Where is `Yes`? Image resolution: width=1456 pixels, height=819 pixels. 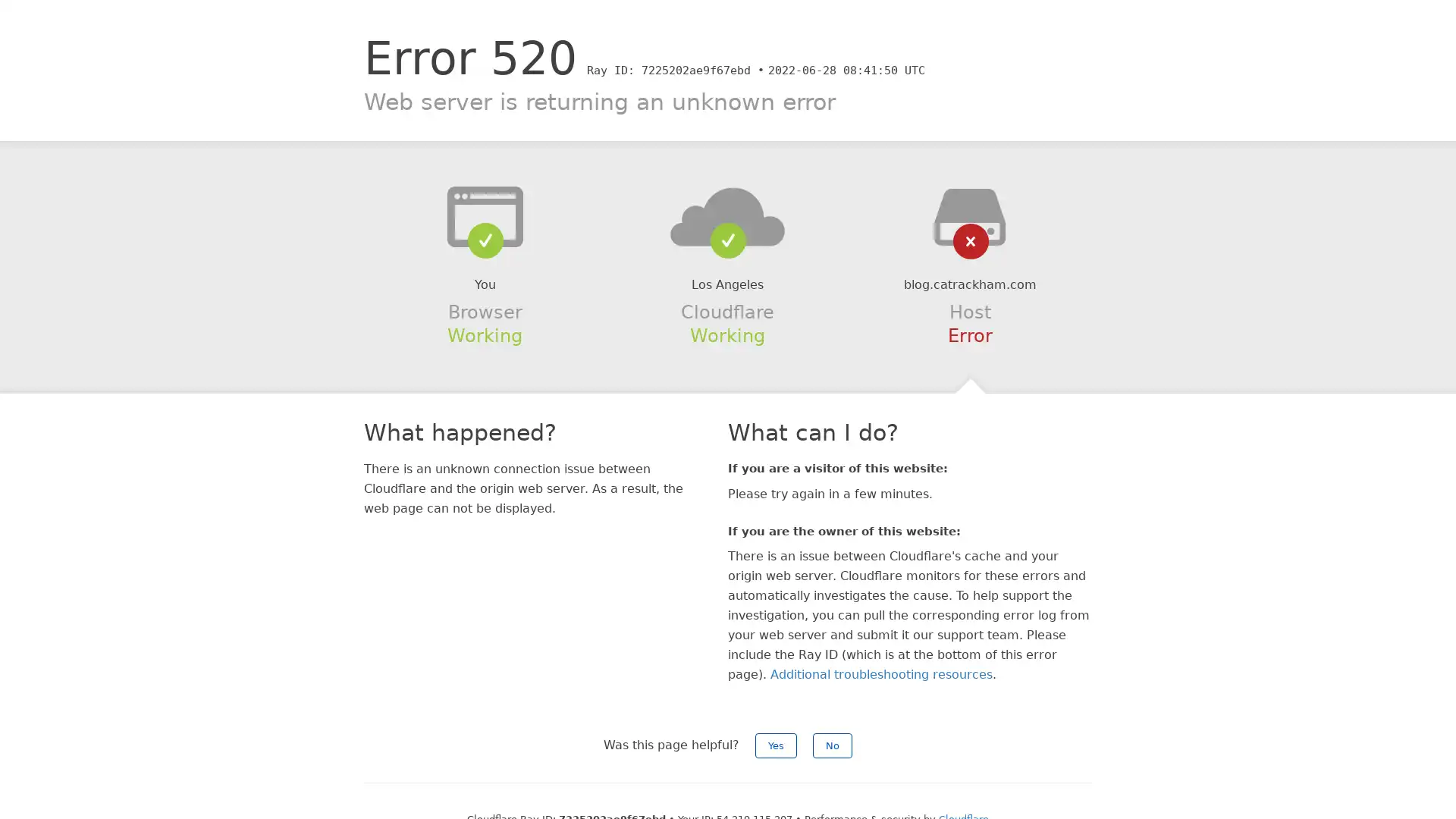 Yes is located at coordinates (776, 745).